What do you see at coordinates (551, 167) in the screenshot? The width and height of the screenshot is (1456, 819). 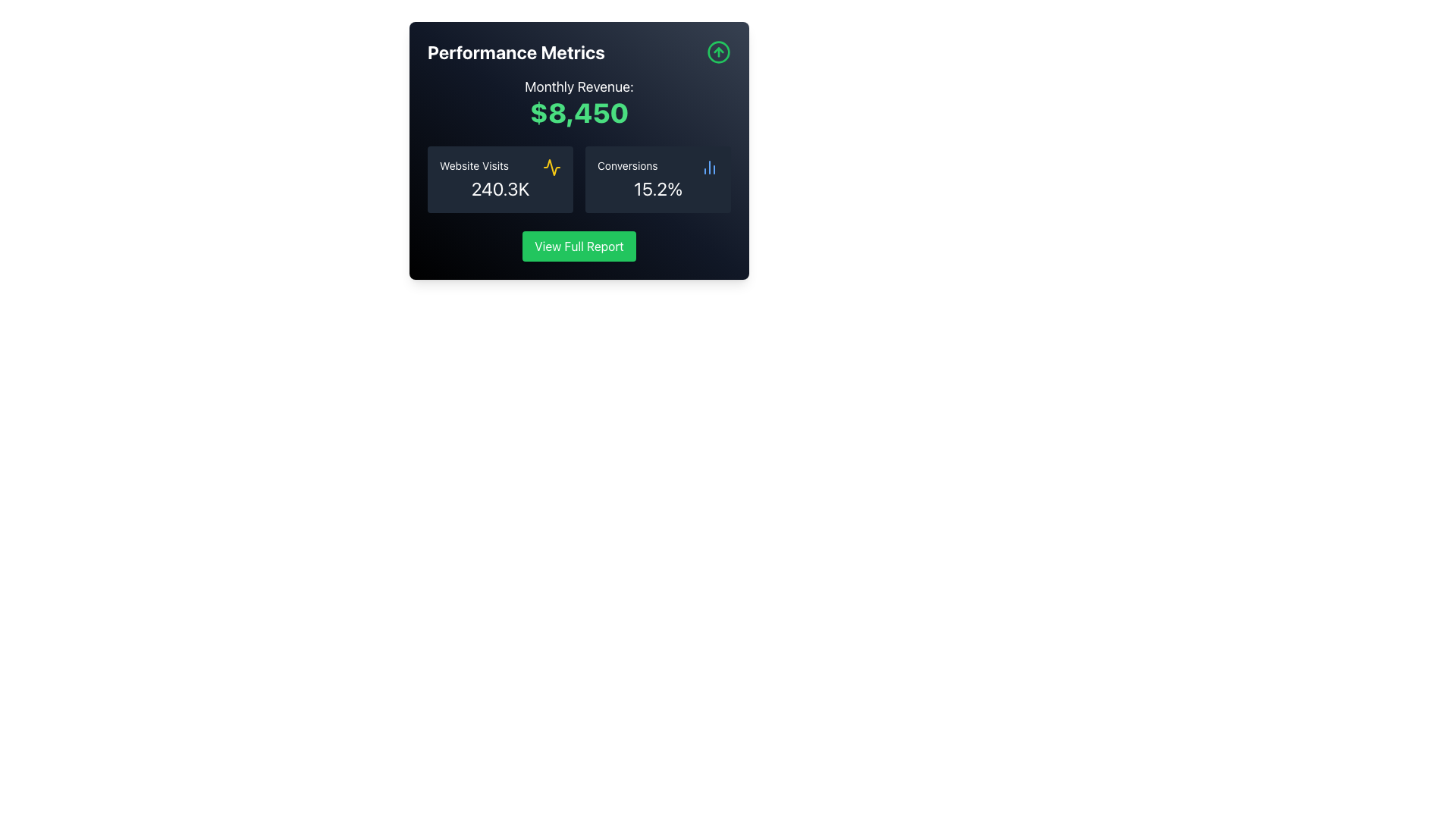 I see `the yellow-colored icon resembling a waveform or activity graph, which is located to the right of the text 'Website Visits' in a dark-colored background` at bounding box center [551, 167].